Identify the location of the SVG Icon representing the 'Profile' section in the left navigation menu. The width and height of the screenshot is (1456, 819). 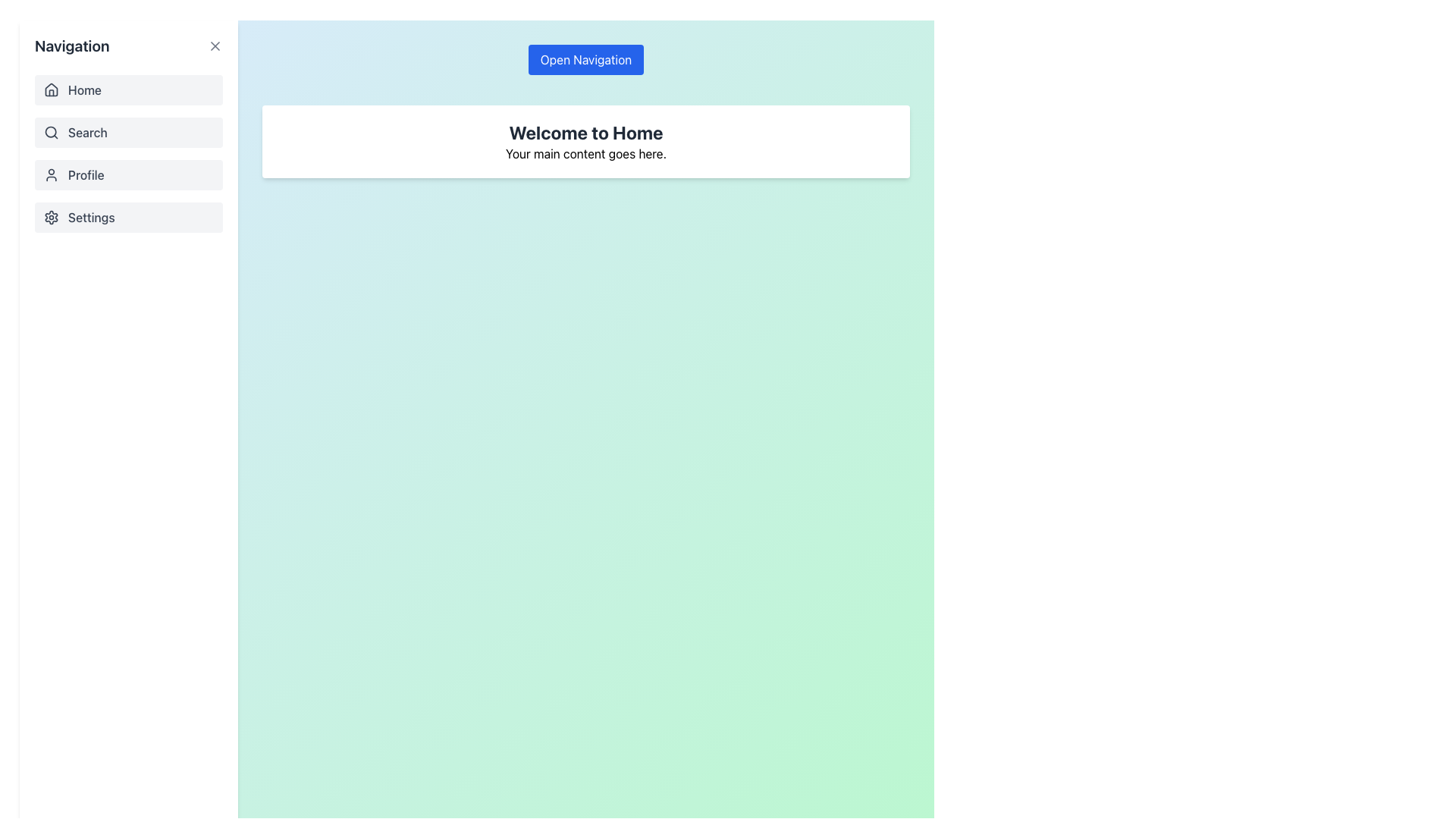
(51, 174).